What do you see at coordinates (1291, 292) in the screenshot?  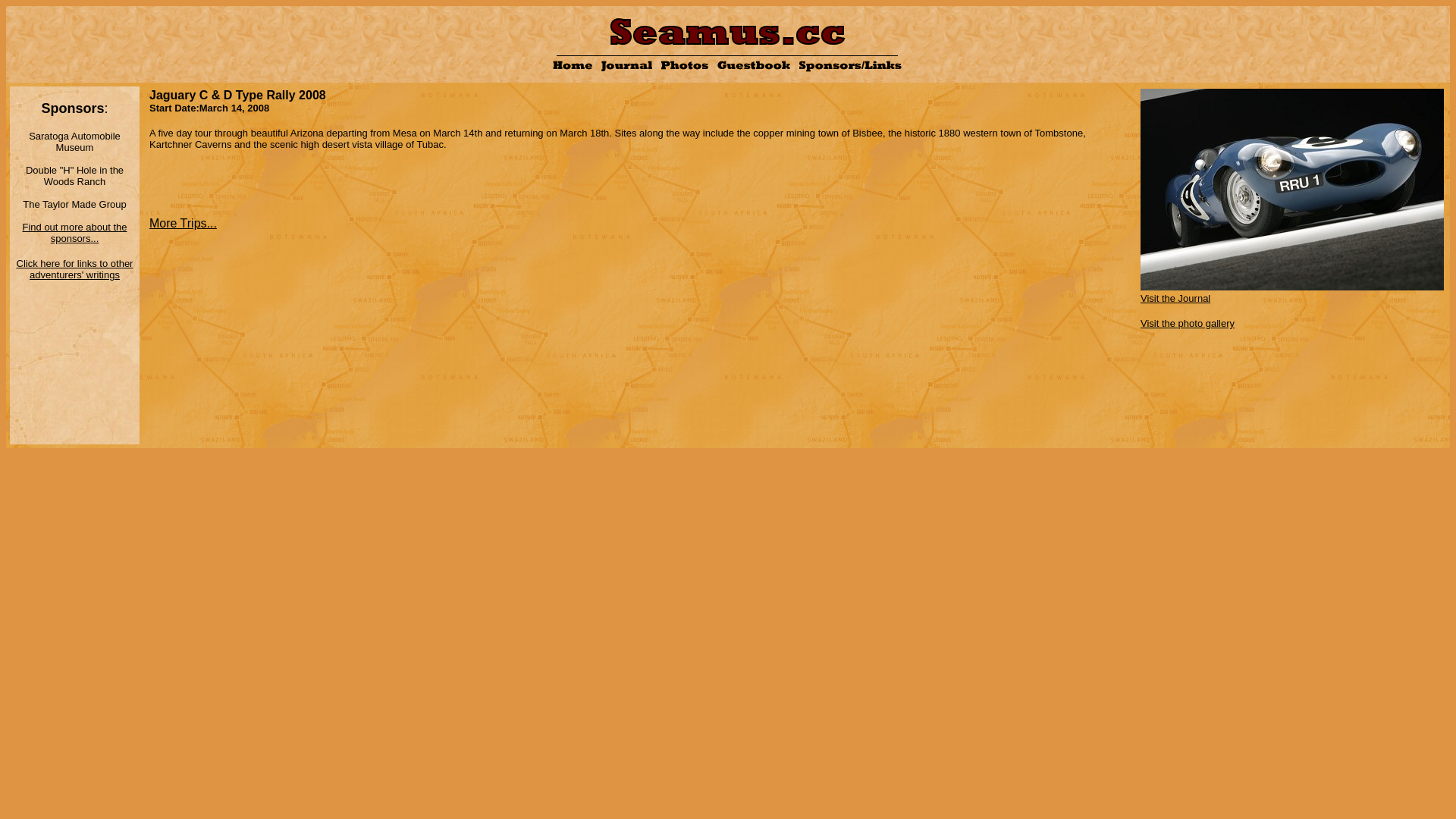 I see `'Visit the Journal'` at bounding box center [1291, 292].